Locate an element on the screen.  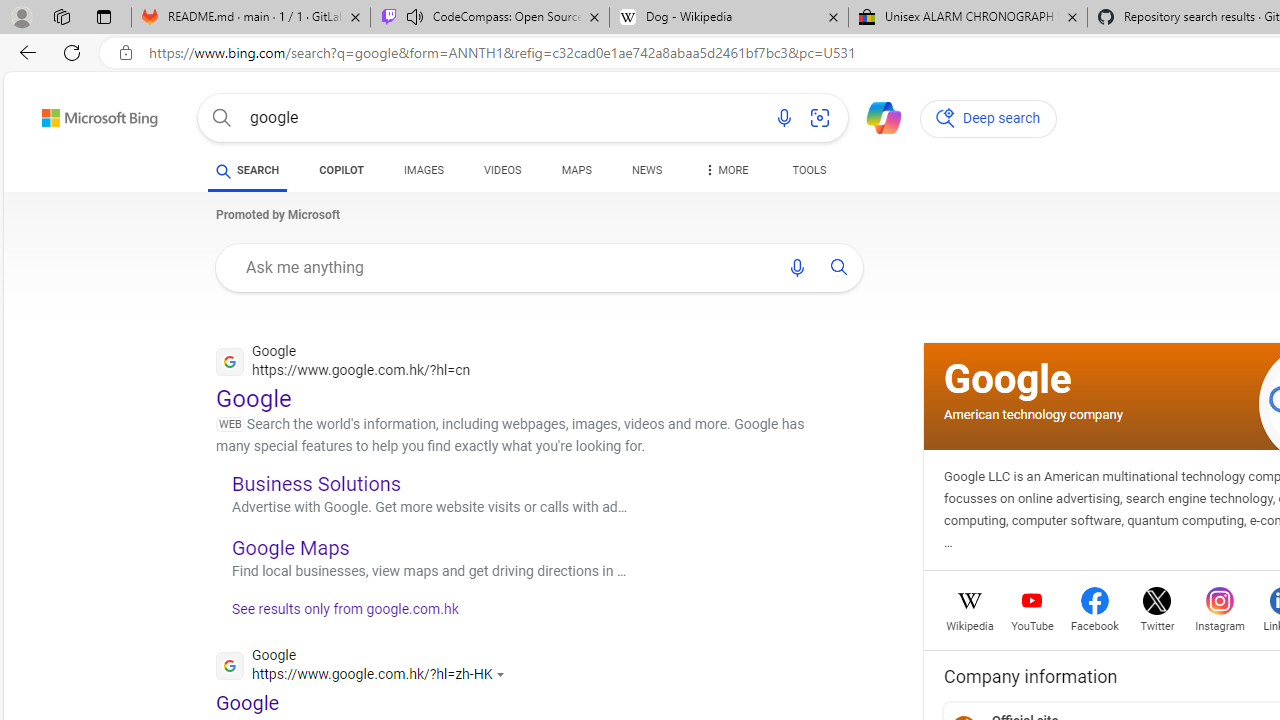
'Instagram' is located at coordinates (1218, 623).